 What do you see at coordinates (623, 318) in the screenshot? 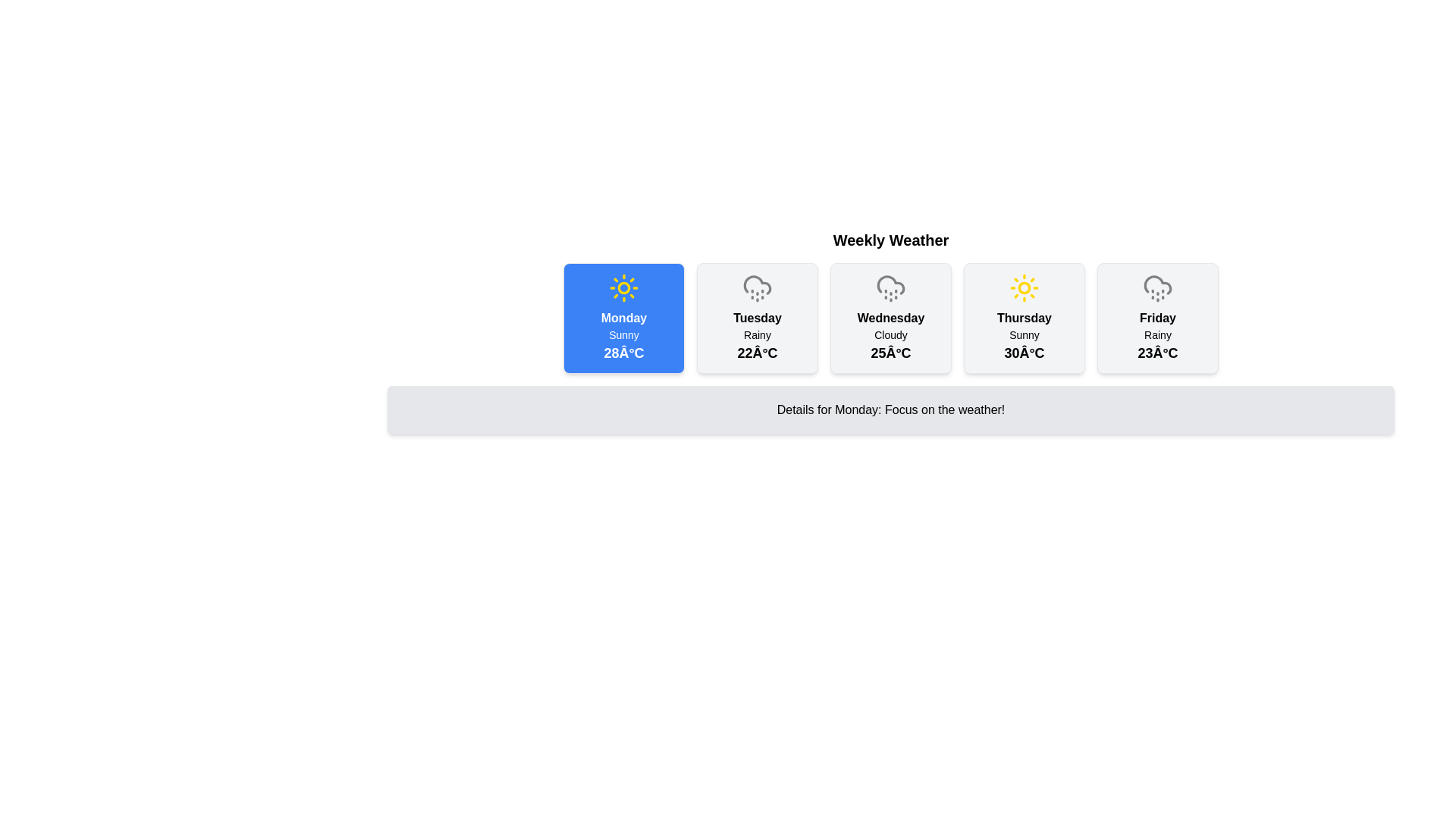
I see `the bold text label displaying 'Monday' in white font against a blue background, located at the top of the card in the weekly weather forecast row` at bounding box center [623, 318].